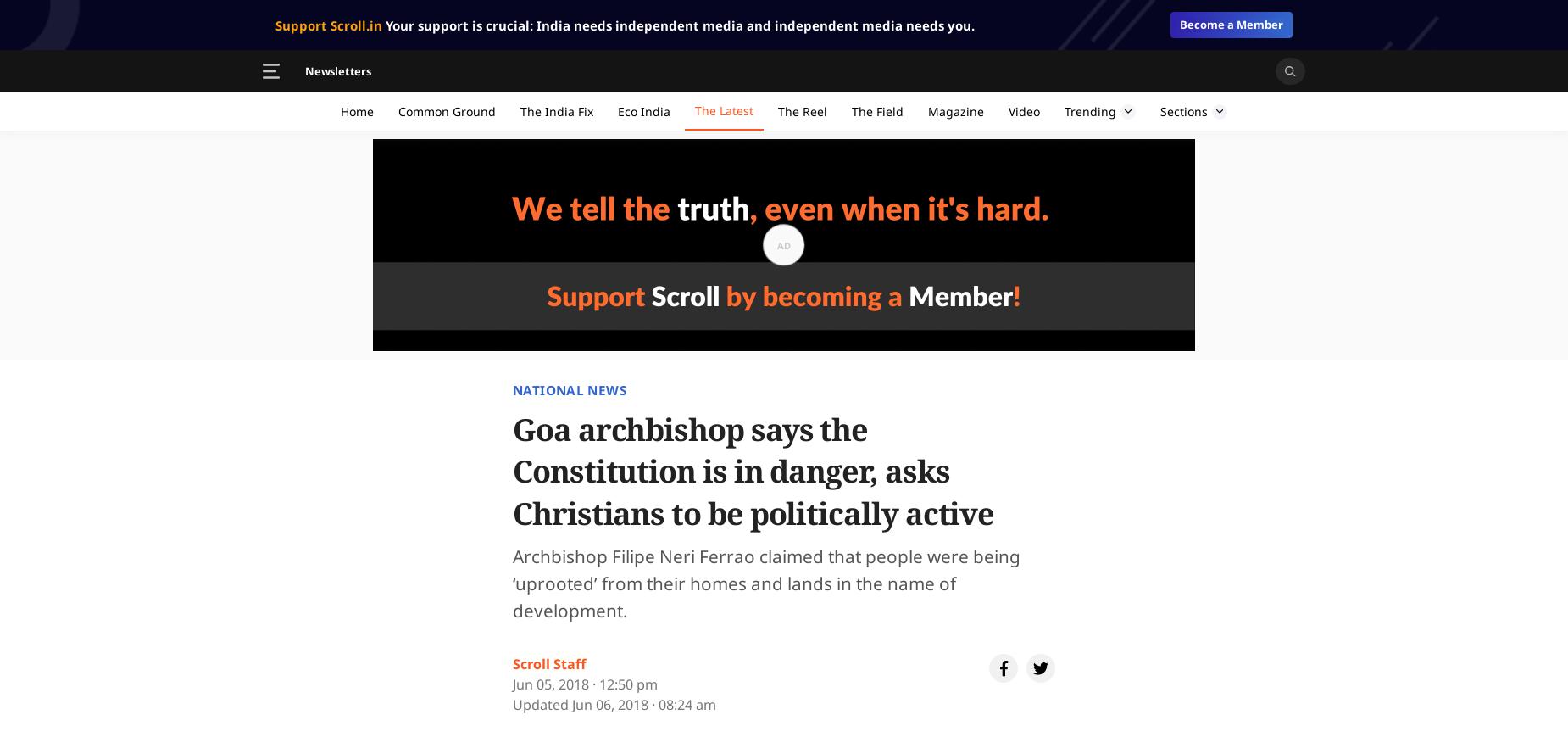 The width and height of the screenshot is (1568, 737). What do you see at coordinates (784, 243) in the screenshot?
I see `'Ad'` at bounding box center [784, 243].